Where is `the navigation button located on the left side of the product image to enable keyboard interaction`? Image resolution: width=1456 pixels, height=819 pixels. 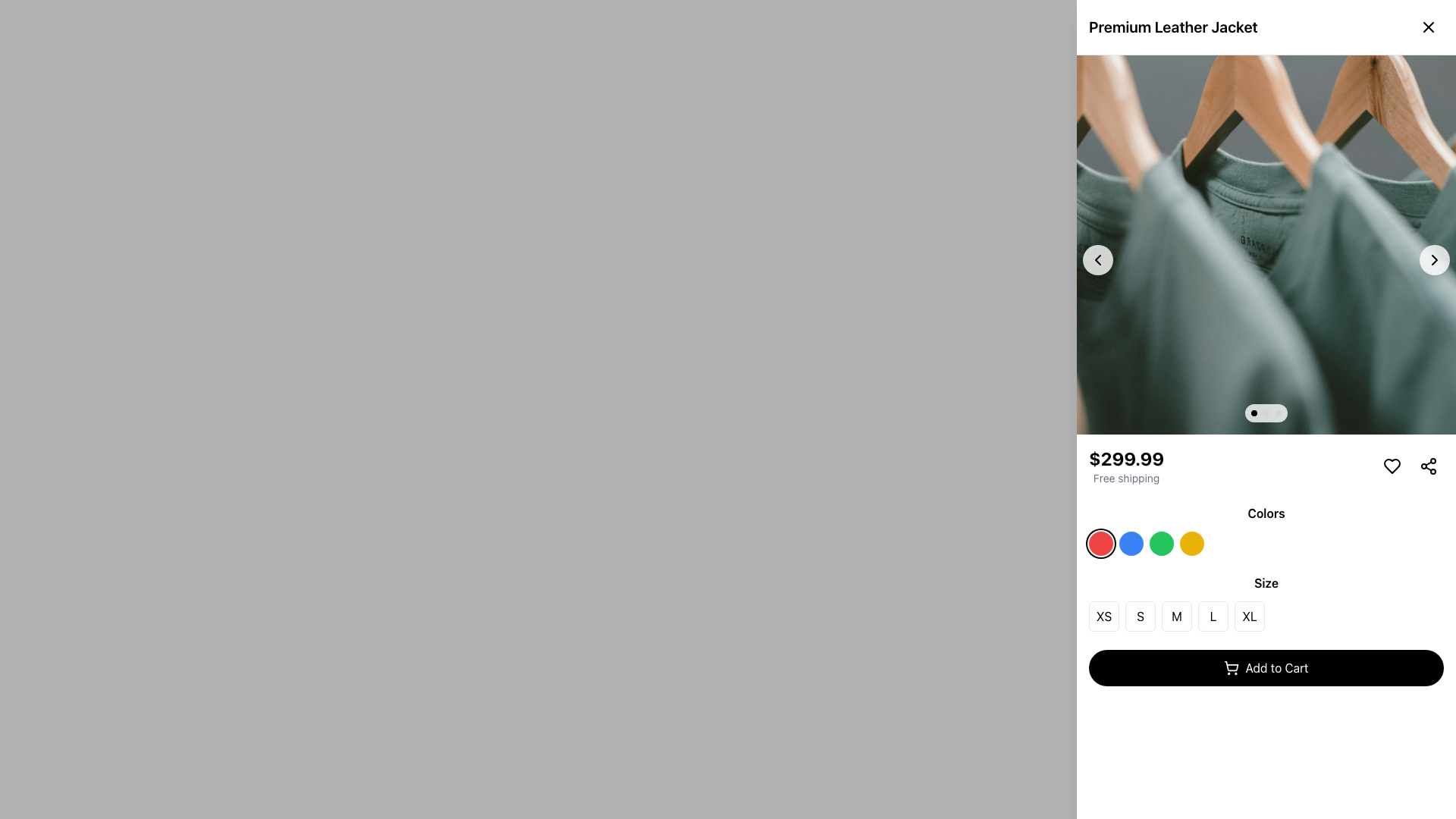 the navigation button located on the left side of the product image to enable keyboard interaction is located at coordinates (1098, 259).